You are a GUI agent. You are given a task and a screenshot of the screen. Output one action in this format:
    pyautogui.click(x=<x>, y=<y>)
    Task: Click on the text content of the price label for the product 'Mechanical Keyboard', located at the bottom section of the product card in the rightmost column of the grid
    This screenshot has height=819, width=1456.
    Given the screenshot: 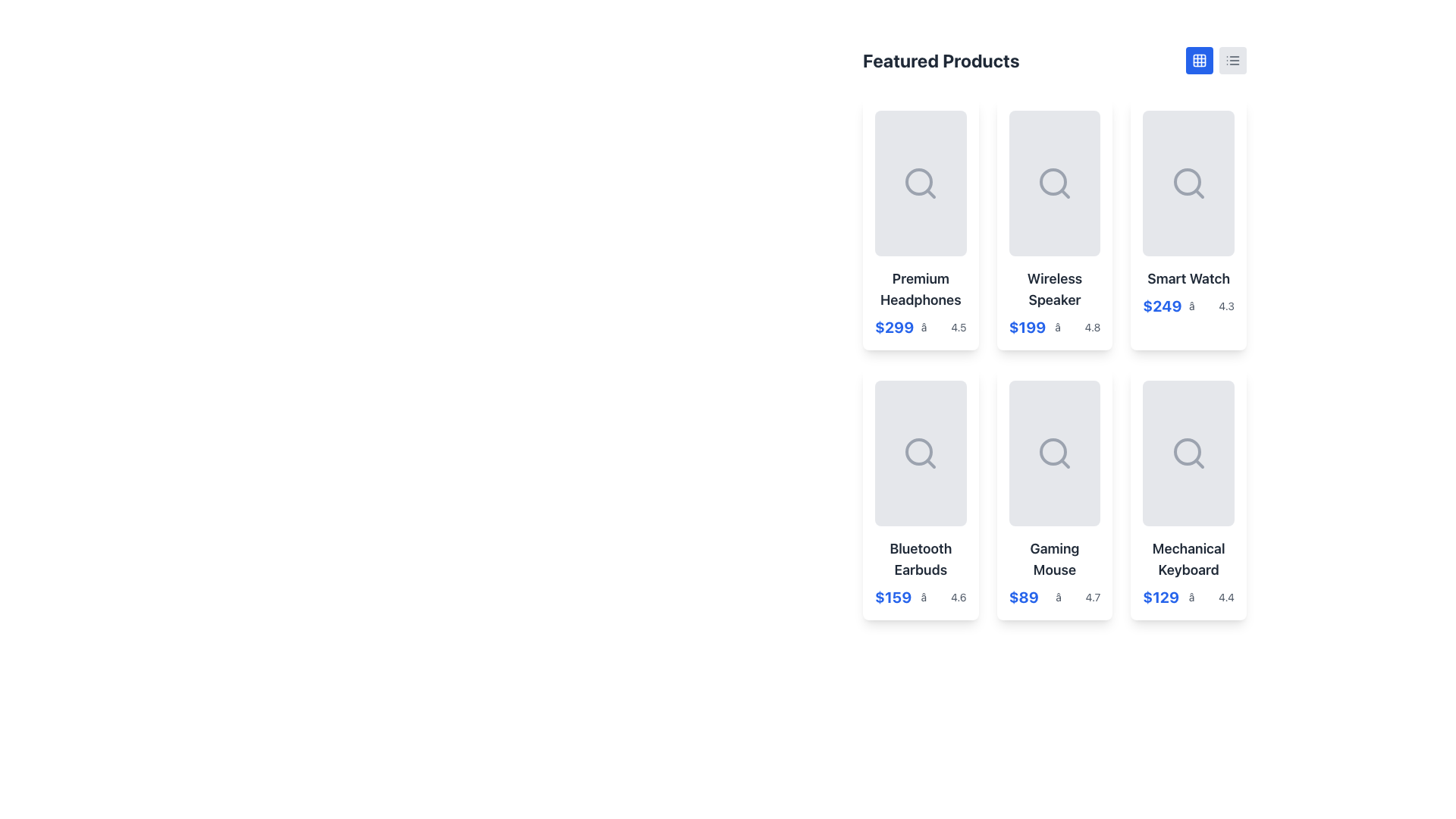 What is the action you would take?
    pyautogui.click(x=1160, y=596)
    